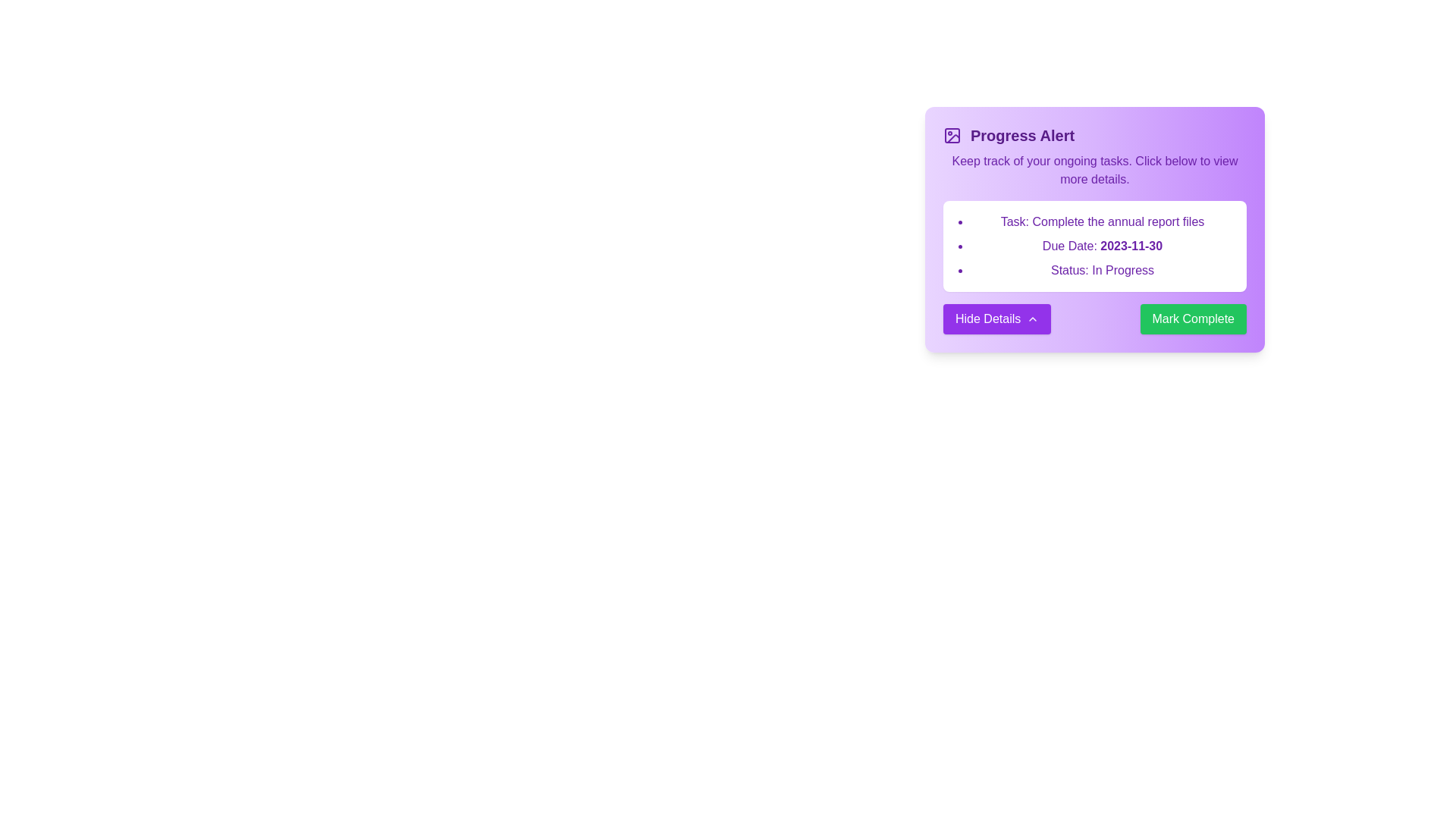 This screenshot has width=1456, height=819. Describe the element at coordinates (1192, 318) in the screenshot. I see `'Mark Complete' button to mark the tasks as complete` at that location.